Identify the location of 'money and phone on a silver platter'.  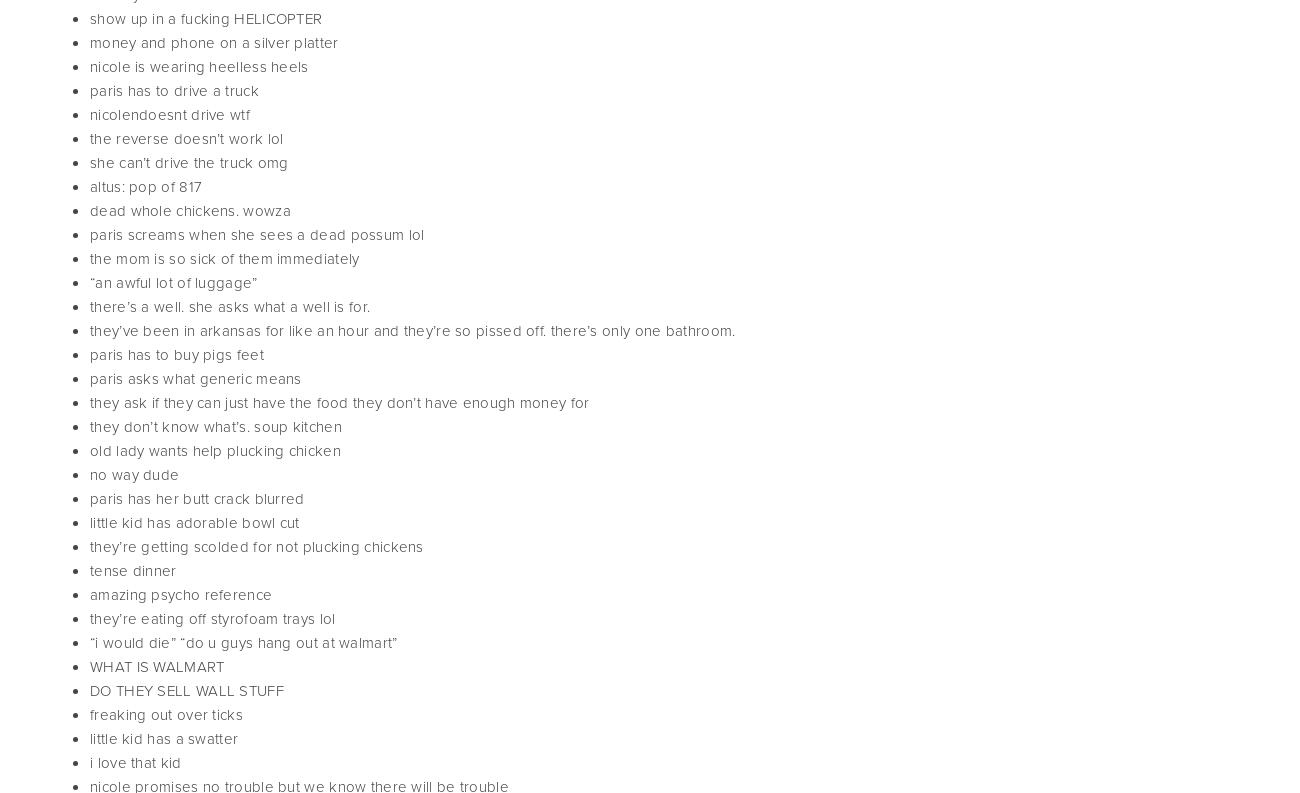
(213, 41).